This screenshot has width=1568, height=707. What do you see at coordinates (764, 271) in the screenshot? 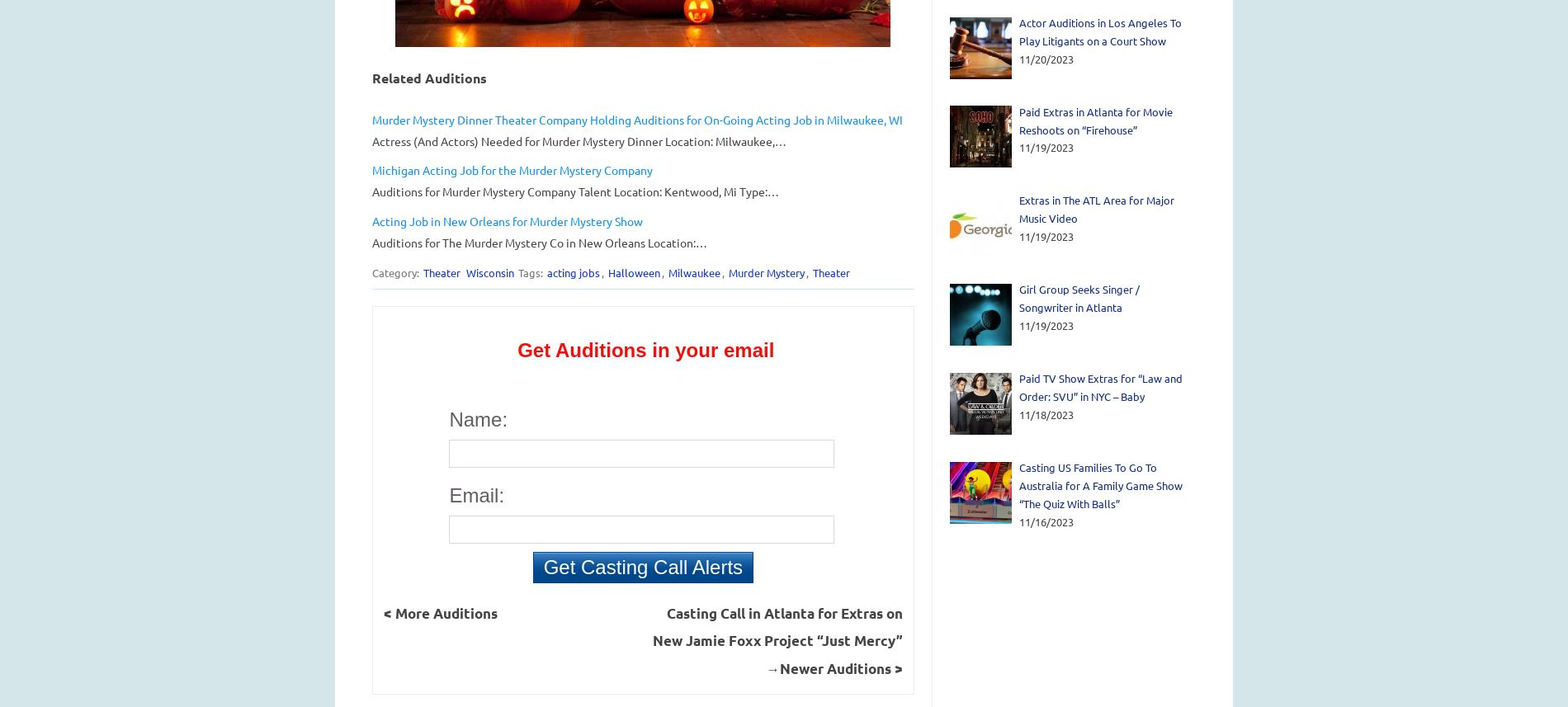
I see `'Murder Mystery'` at bounding box center [764, 271].